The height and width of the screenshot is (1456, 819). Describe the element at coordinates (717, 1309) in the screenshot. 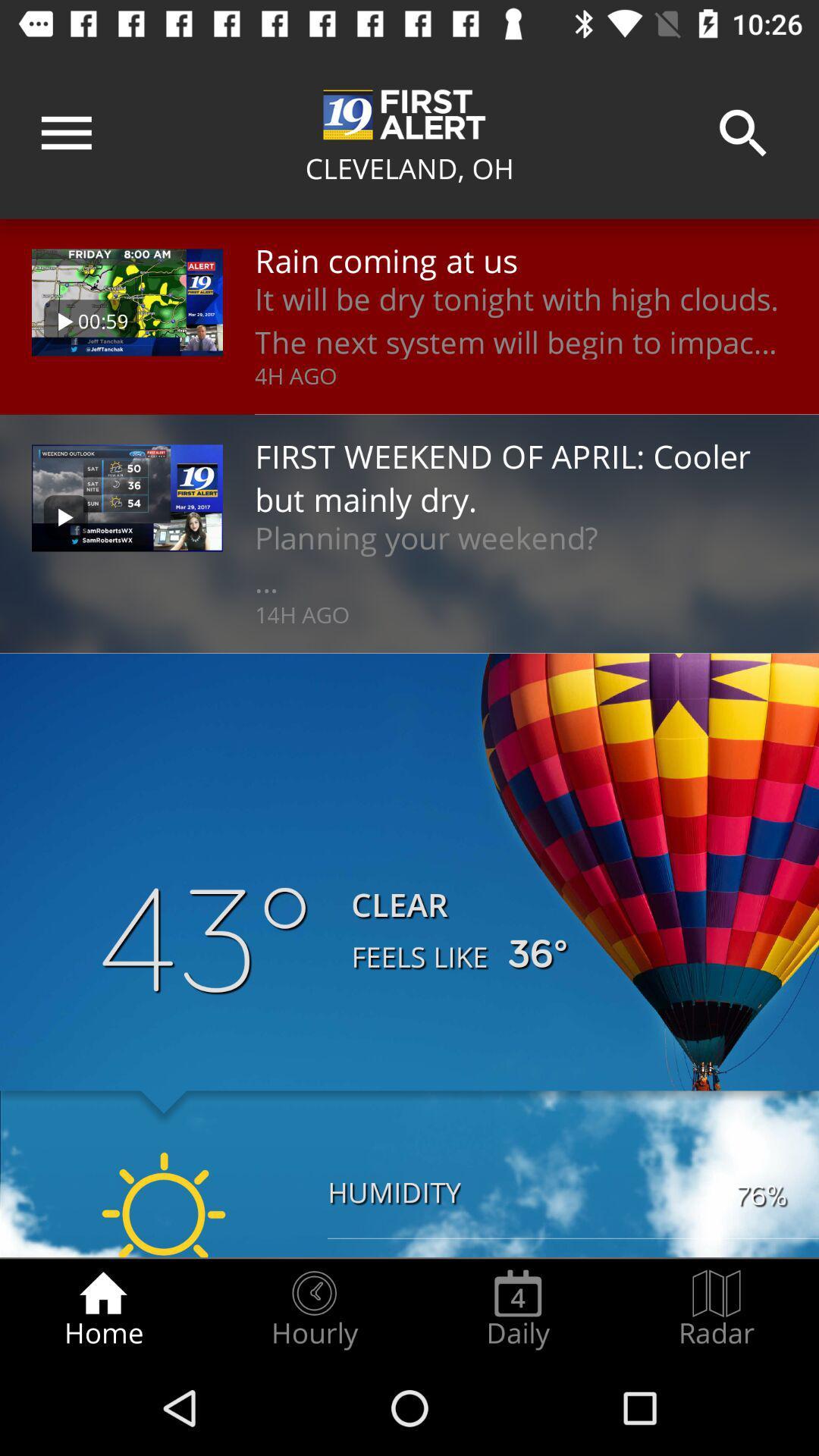

I see `icon to the right of daily radio button` at that location.